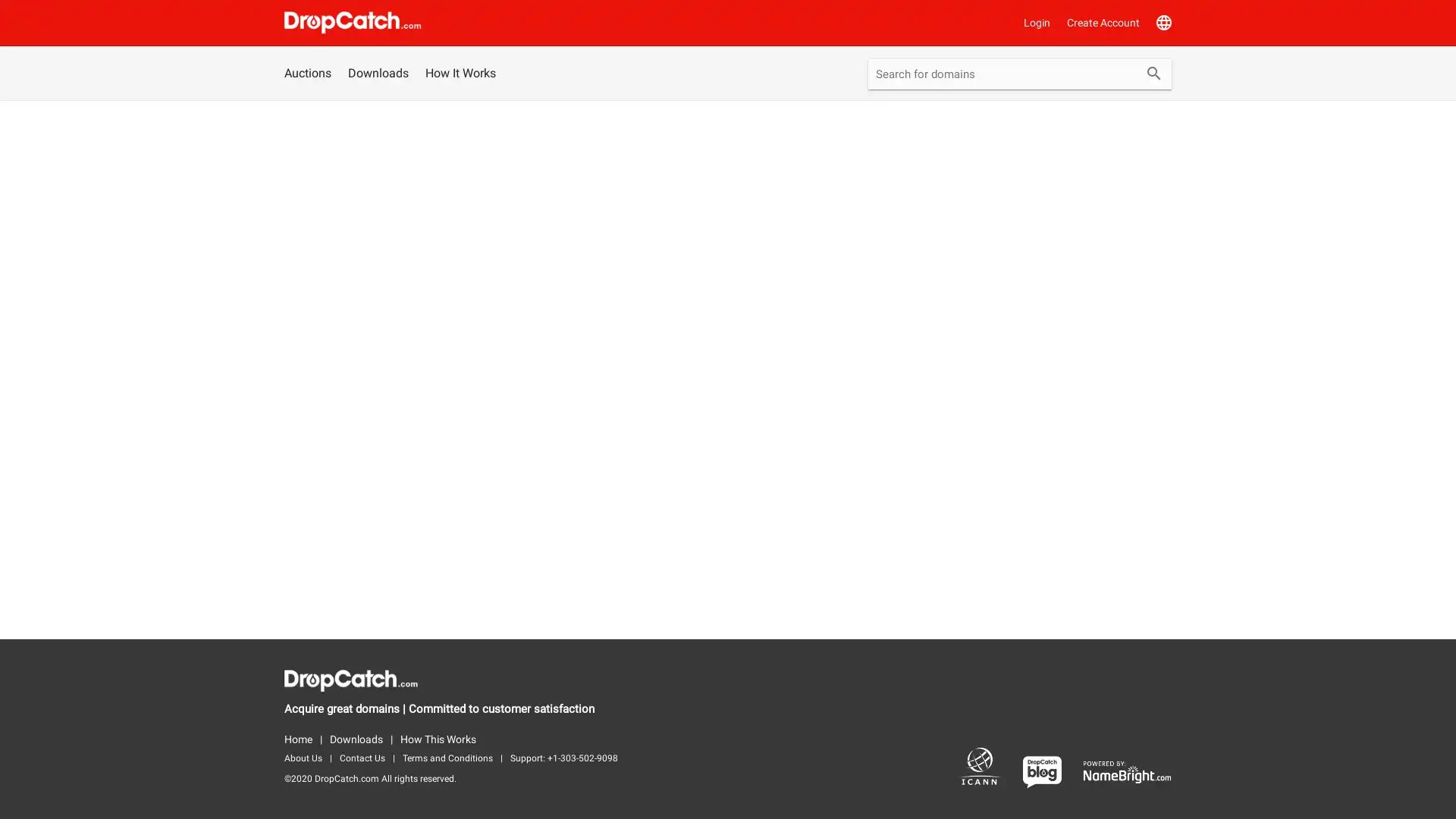 Image resolution: width=1456 pixels, height=819 pixels. I want to click on Bid, so click(1139, 472).